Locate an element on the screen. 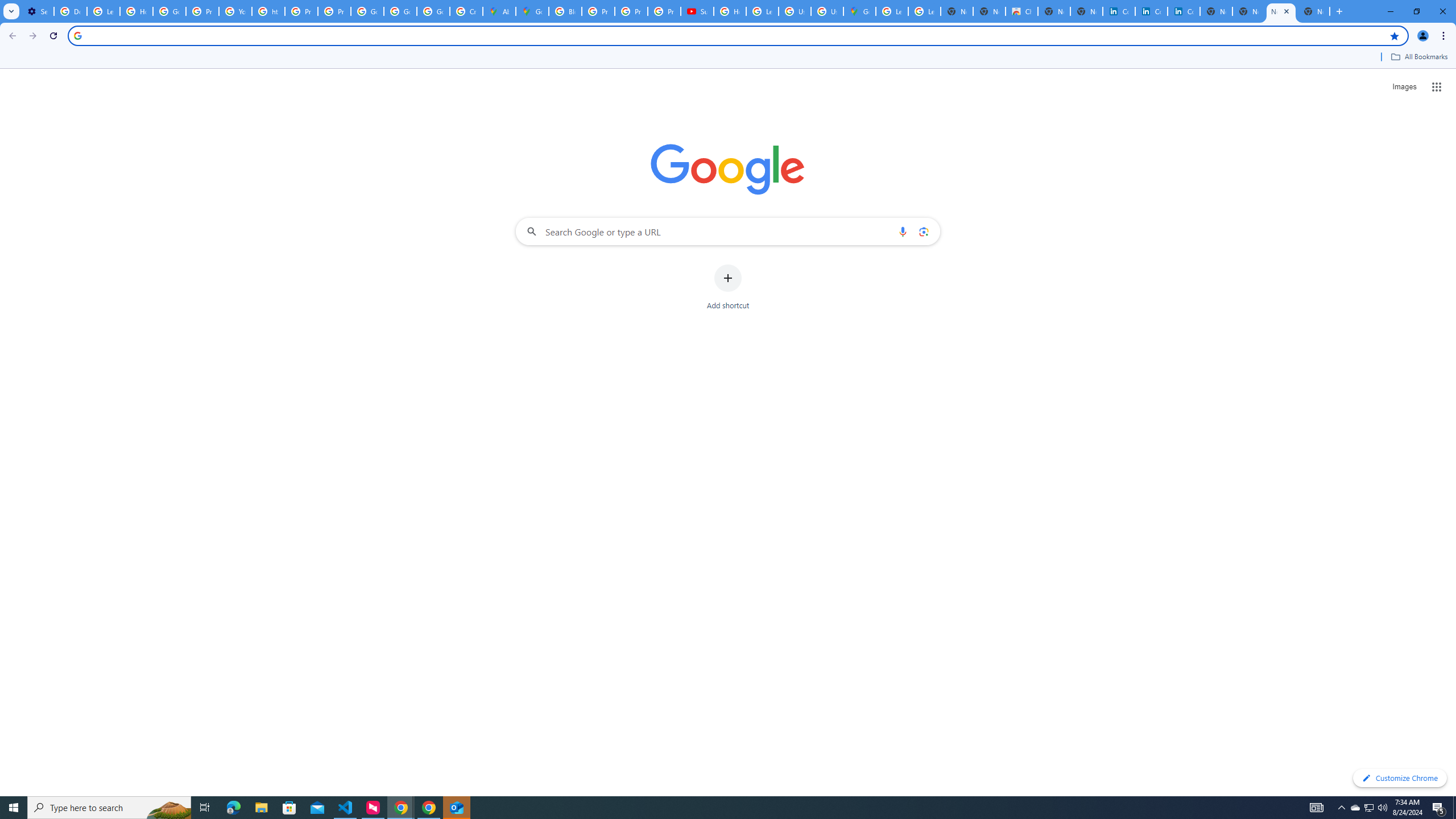  'Search tabs' is located at coordinates (11, 11).